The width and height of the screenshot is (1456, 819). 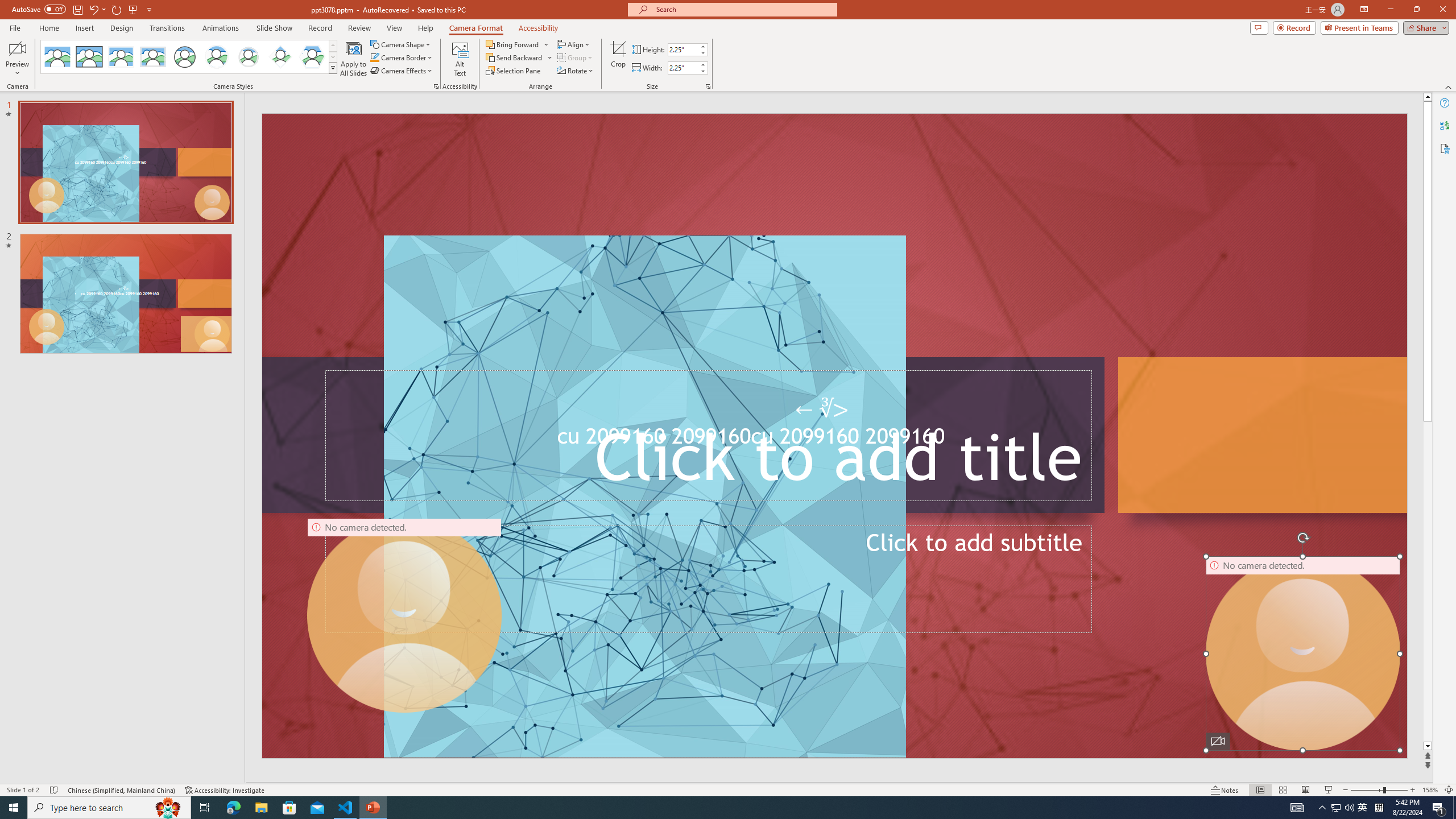 I want to click on 'TextBox 61', so click(x=832, y=438).